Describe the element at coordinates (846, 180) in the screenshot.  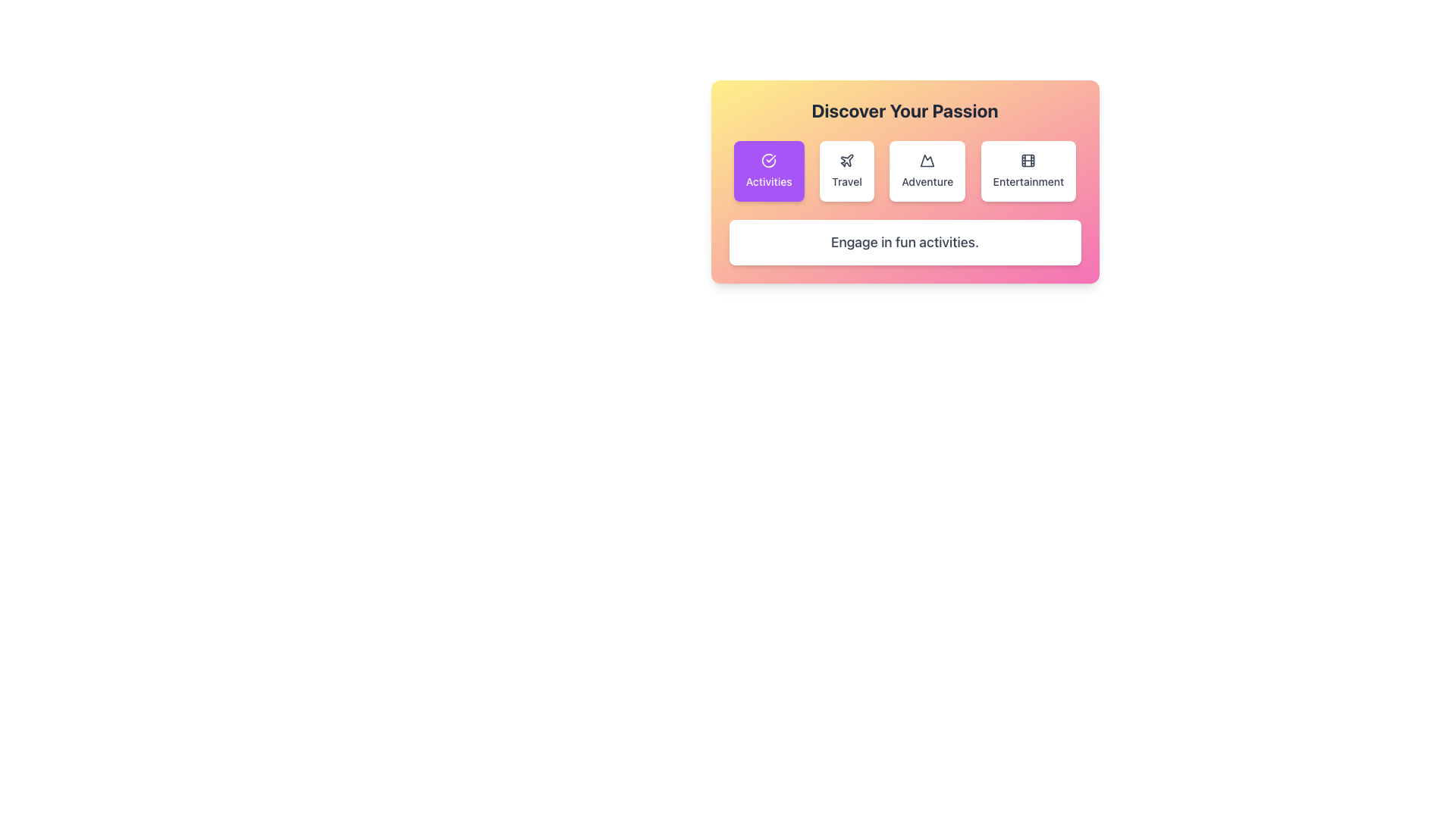
I see `the 'Travel' static text label, which is styled with small-sized black text in a medium-weight font and is located below an airplane icon within a white, rounded rectangular button` at that location.